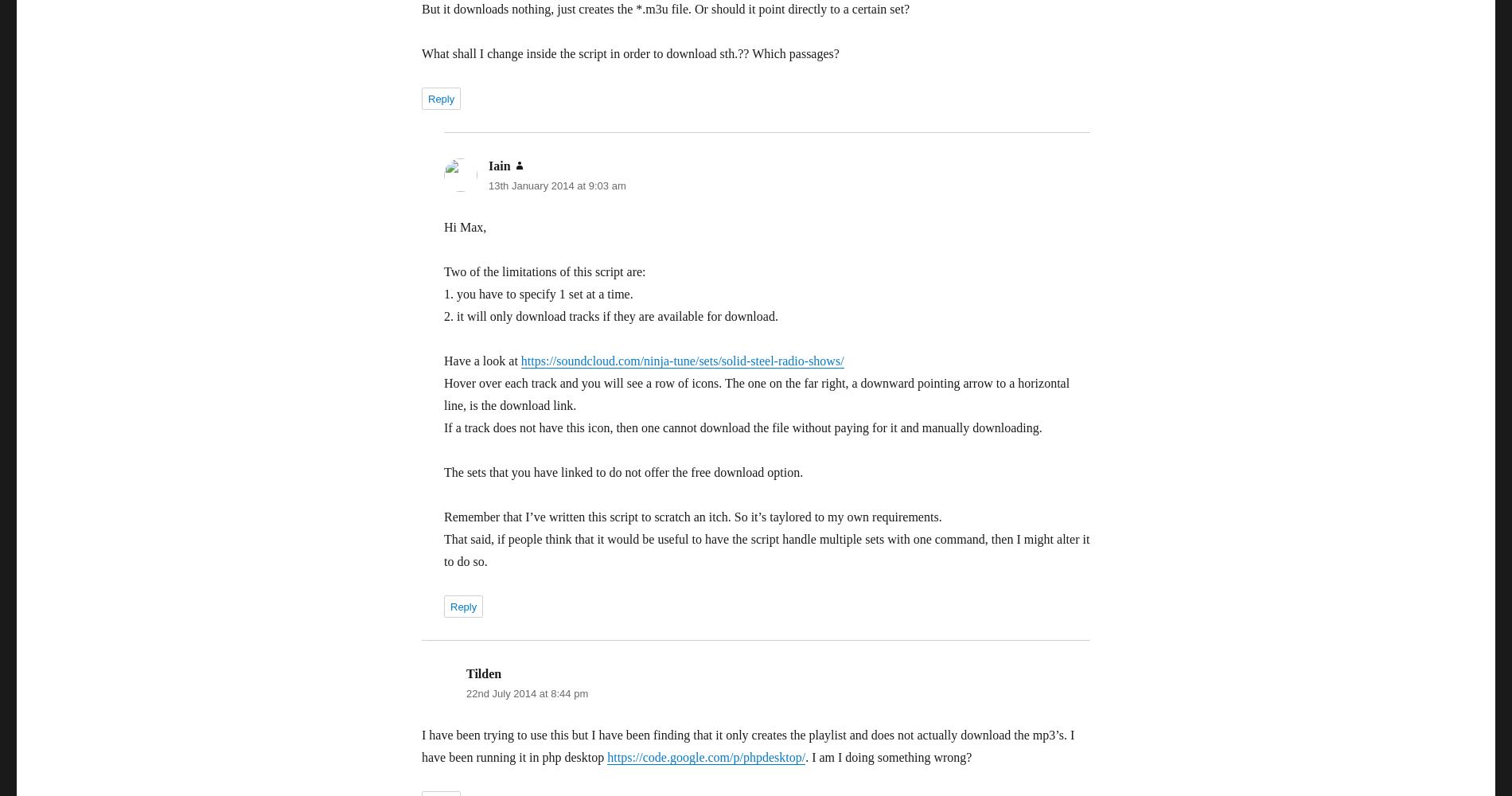 This screenshot has height=796, width=1512. Describe the element at coordinates (544, 271) in the screenshot. I see `'Two of the limitations of this script are:'` at that location.